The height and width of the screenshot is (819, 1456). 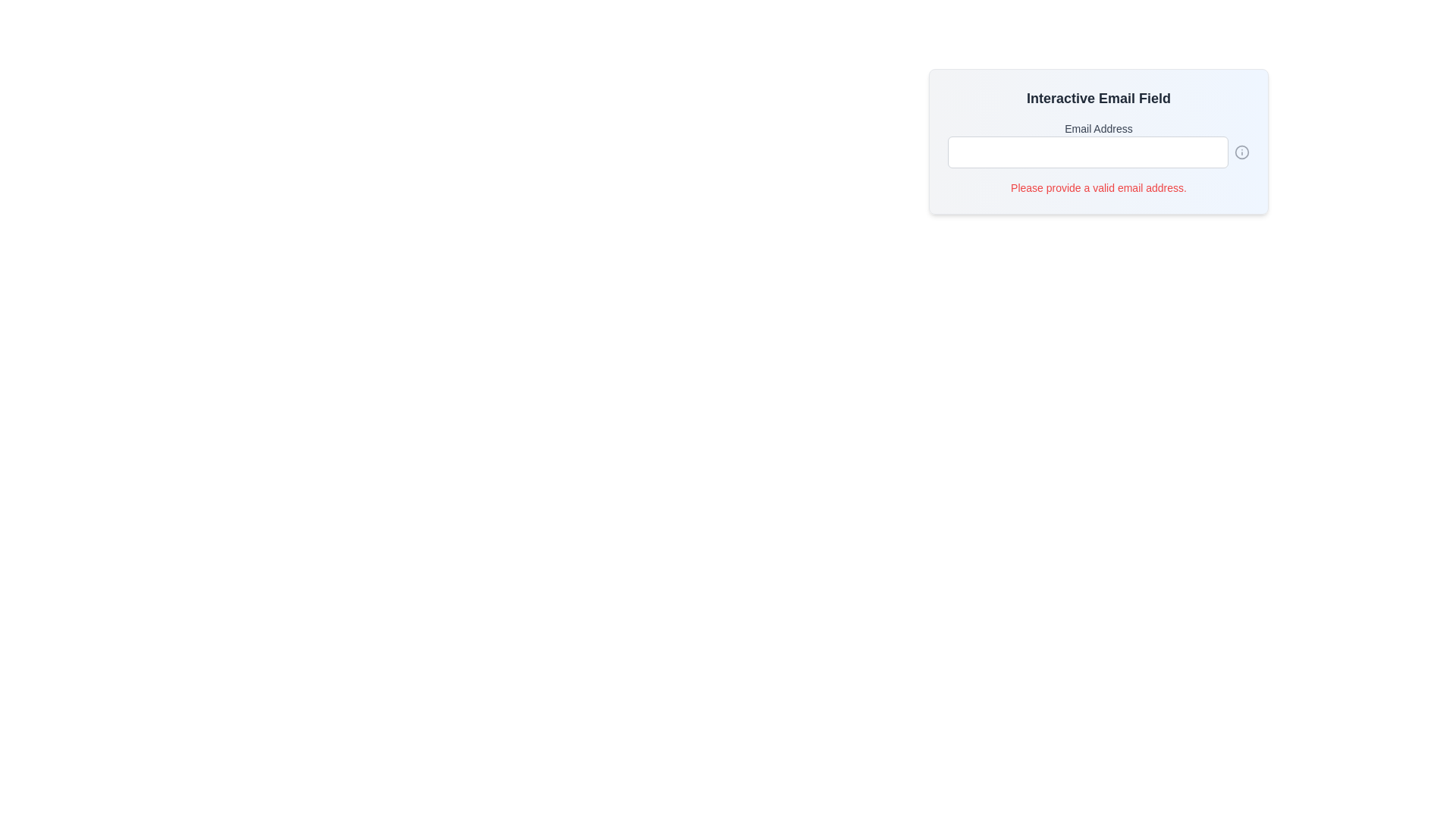 I want to click on error message displayed as 'Please provide a valid email address.' which is styled in small red font and located directly below the 'Email Address' input field, so click(x=1099, y=187).